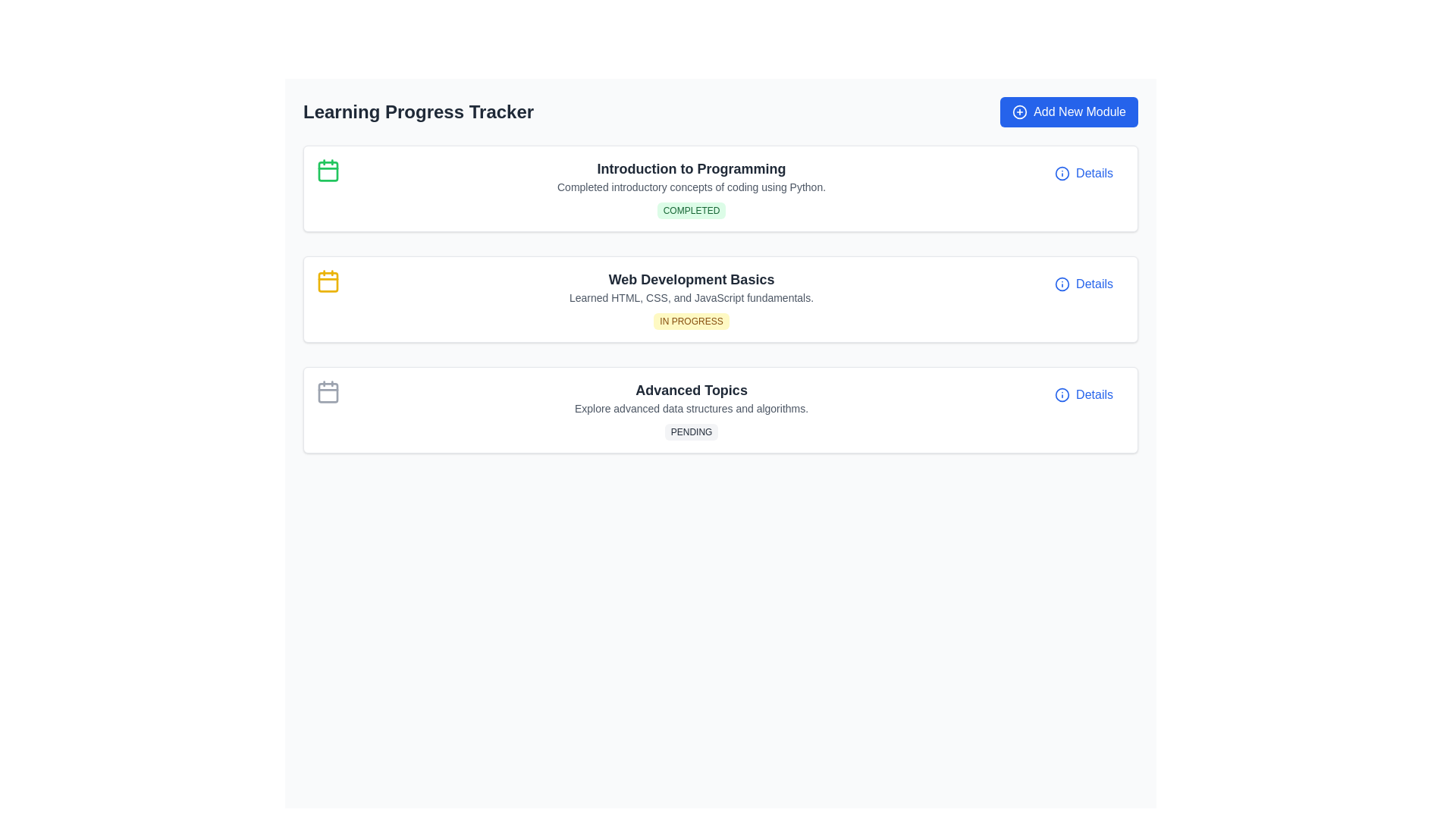  What do you see at coordinates (691, 298) in the screenshot?
I see `informational text label that describes the topic 'Web Development Basics', which is located below the heading and above the status label 'IN PROGRESS'` at bounding box center [691, 298].